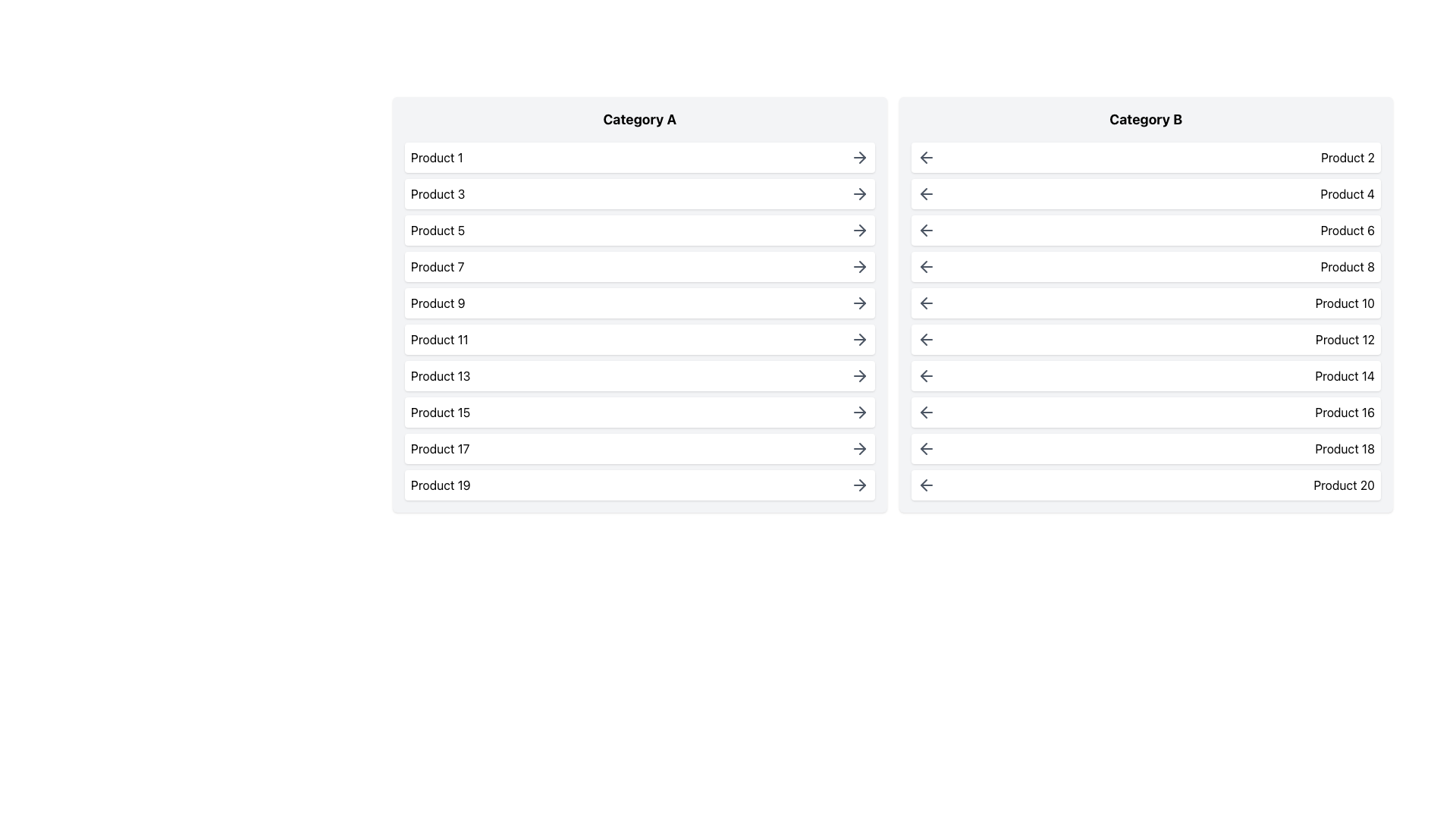 Image resolution: width=1456 pixels, height=819 pixels. What do you see at coordinates (862, 265) in the screenshot?
I see `the right-pointing arrow icon in the row labeled 'Product 7' within the 'Category A' section` at bounding box center [862, 265].